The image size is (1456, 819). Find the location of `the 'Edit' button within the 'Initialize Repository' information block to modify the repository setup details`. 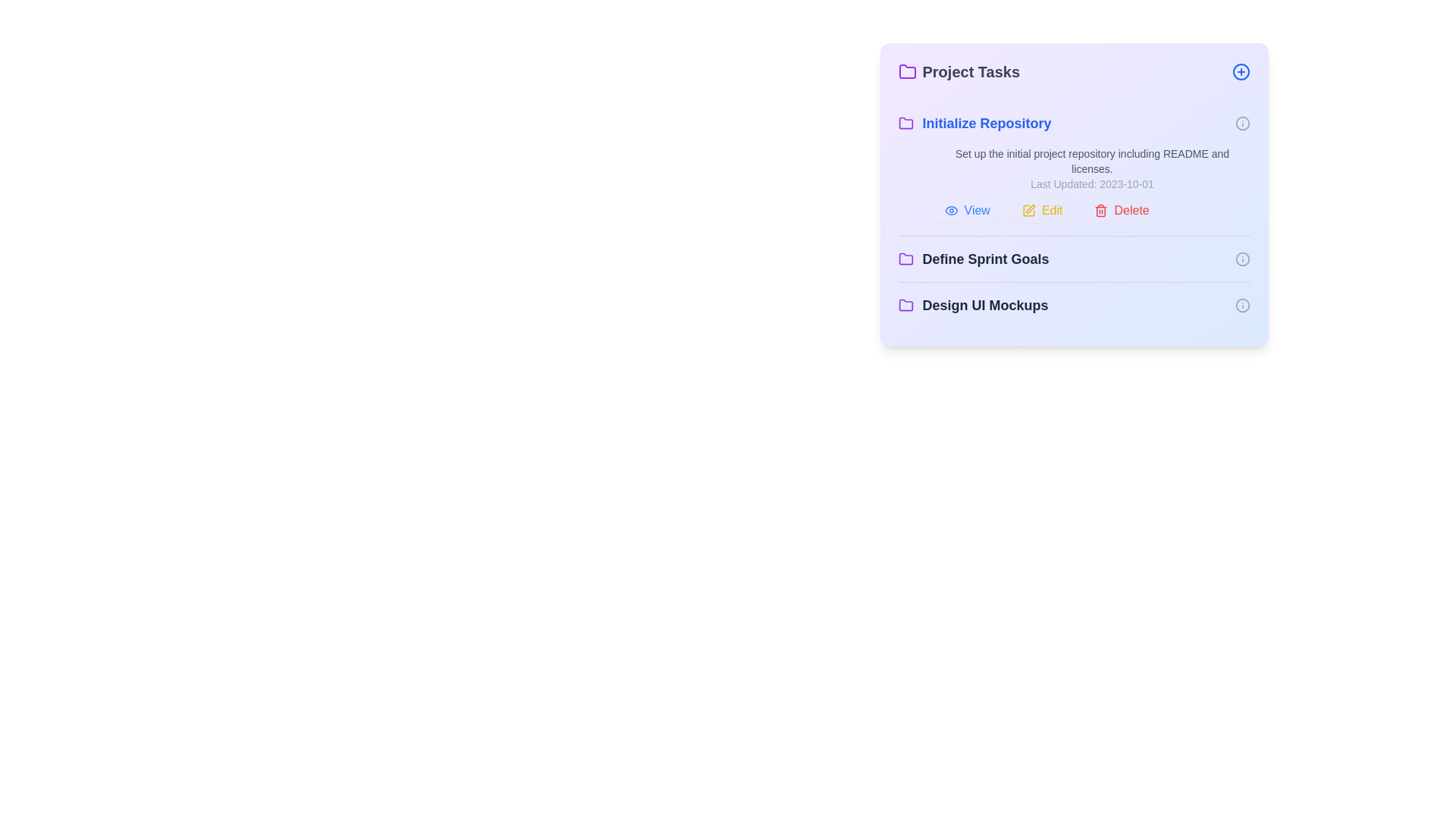

the 'Edit' button within the 'Initialize Repository' information block to modify the repository setup details is located at coordinates (1073, 168).